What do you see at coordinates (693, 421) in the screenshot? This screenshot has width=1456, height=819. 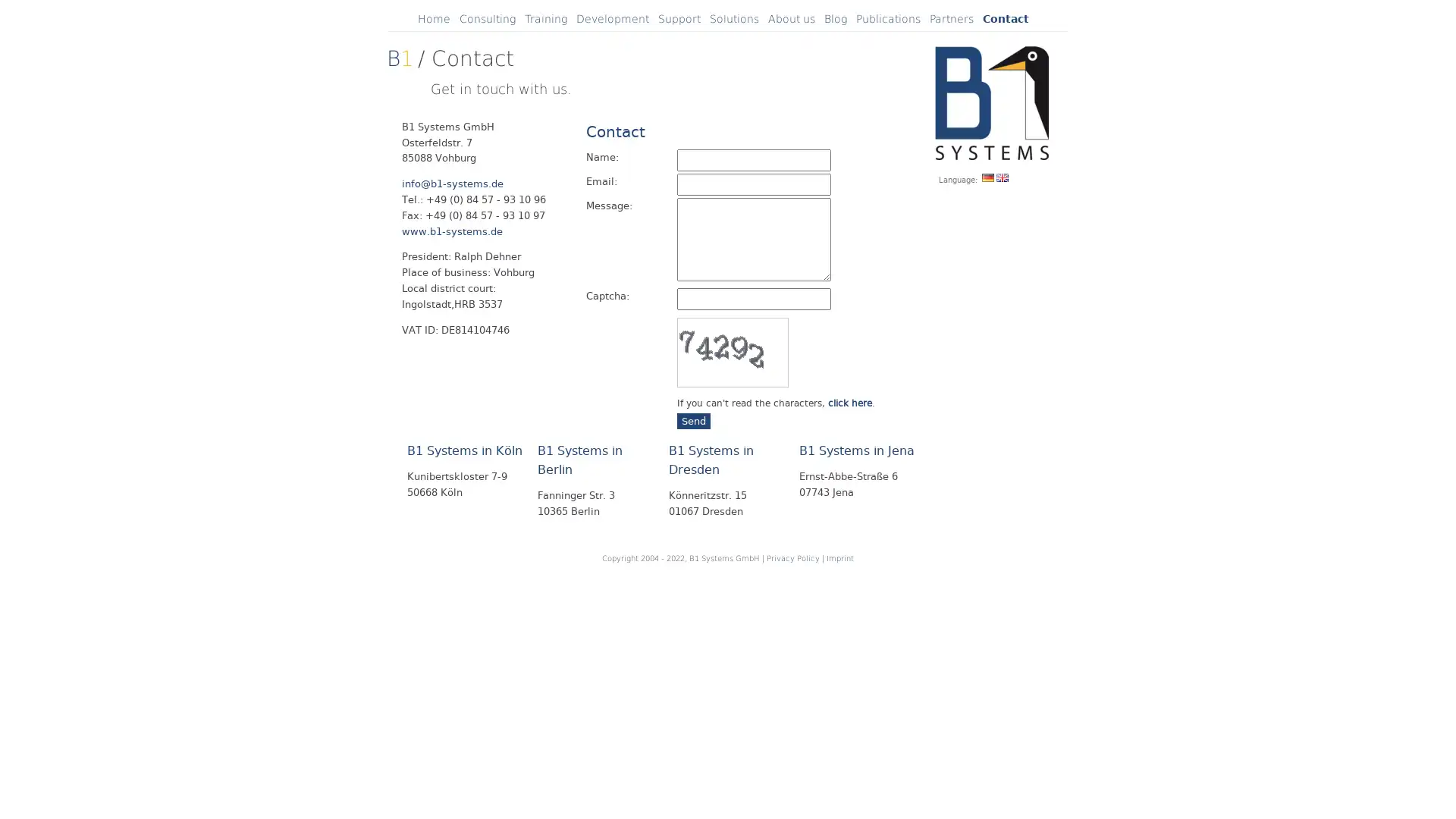 I see `Send` at bounding box center [693, 421].